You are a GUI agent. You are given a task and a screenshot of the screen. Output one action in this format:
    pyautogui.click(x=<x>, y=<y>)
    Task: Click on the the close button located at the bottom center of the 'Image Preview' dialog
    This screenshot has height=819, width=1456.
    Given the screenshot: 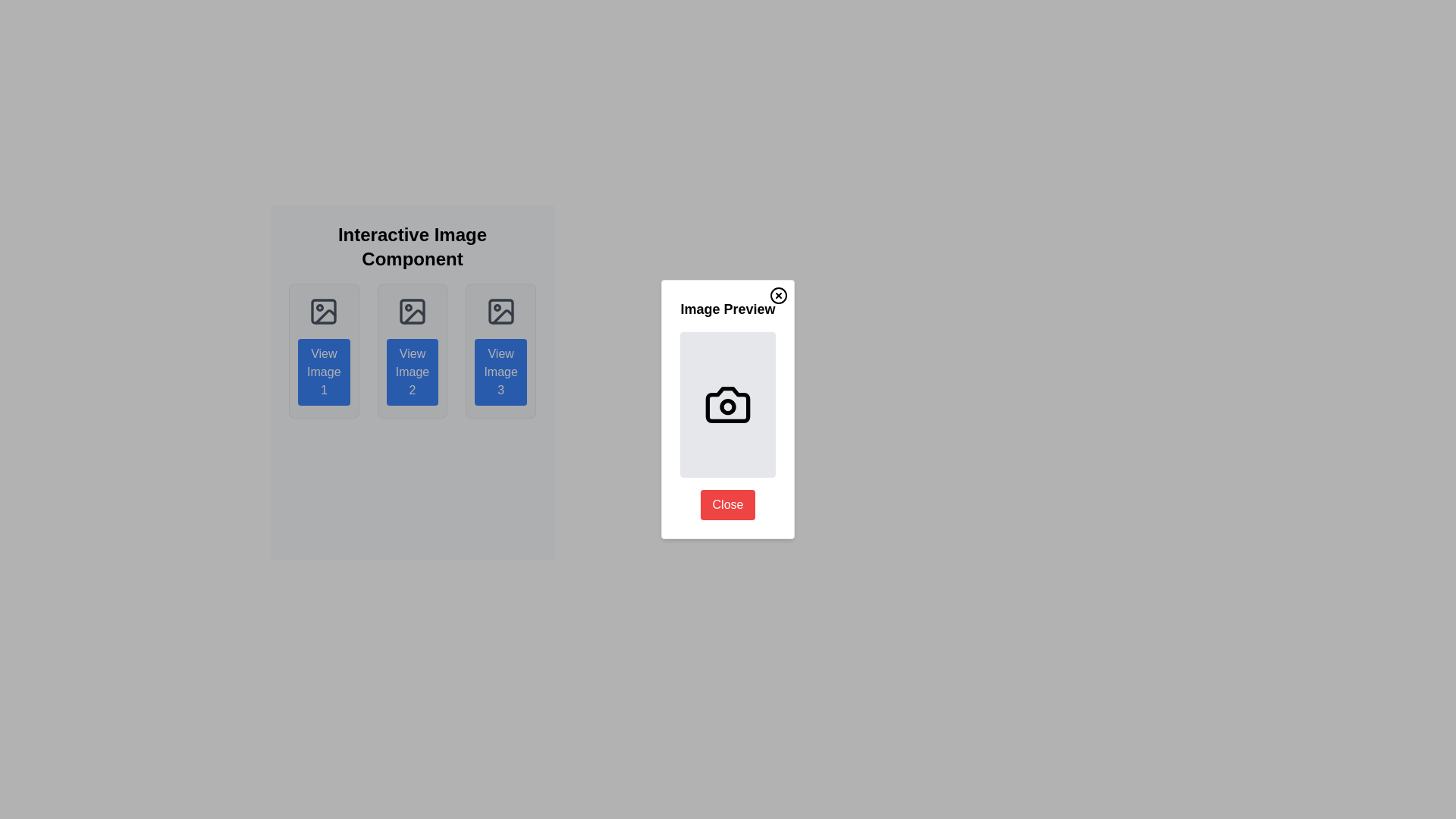 What is the action you would take?
    pyautogui.click(x=728, y=505)
    